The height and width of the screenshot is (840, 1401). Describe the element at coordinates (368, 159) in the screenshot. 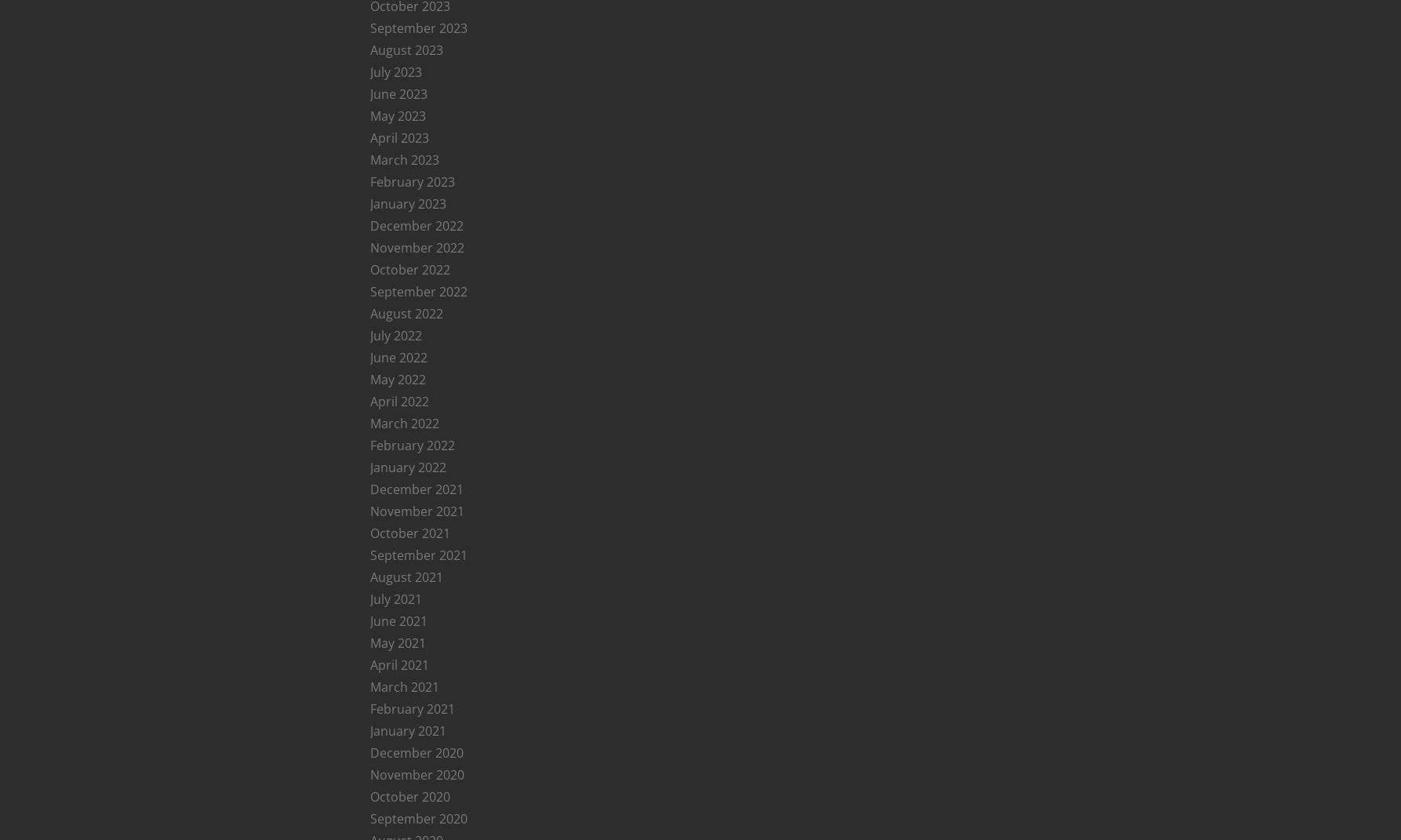

I see `'March 2023'` at that location.